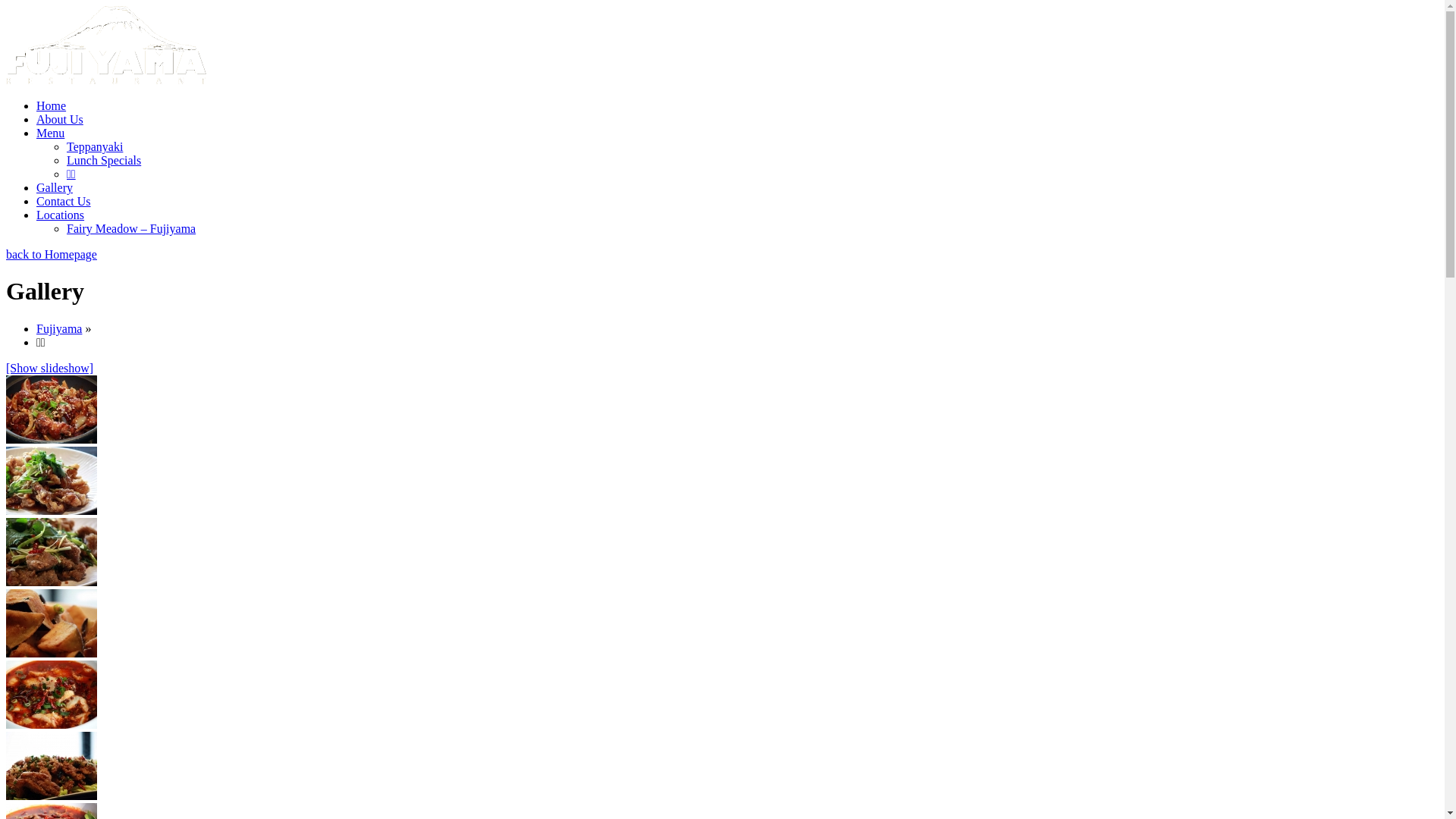 Image resolution: width=1456 pixels, height=819 pixels. Describe the element at coordinates (51, 480) in the screenshot. I see `'Deep-Fried-Pork-with-Dark-Vinegar-Sauce'` at that location.